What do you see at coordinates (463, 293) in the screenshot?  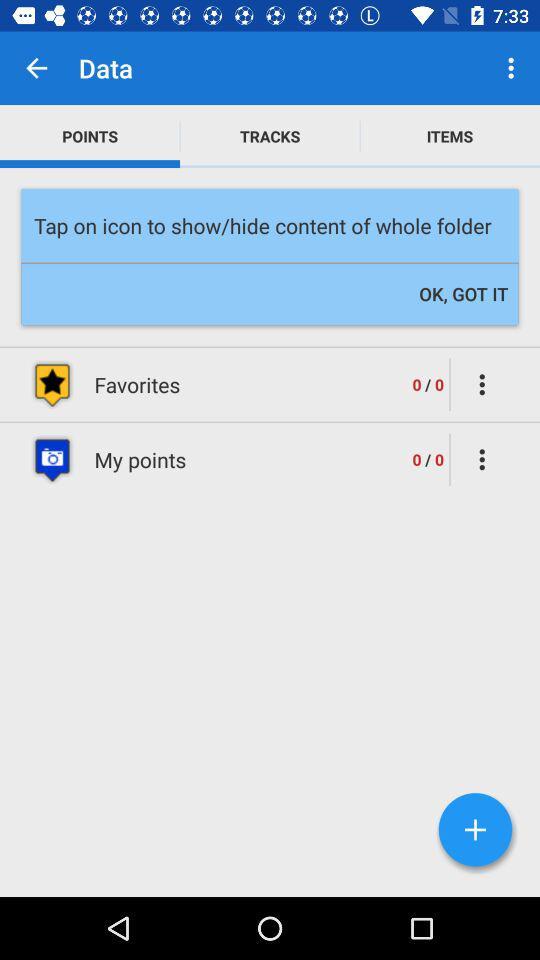 I see `the ok, got it icon` at bounding box center [463, 293].